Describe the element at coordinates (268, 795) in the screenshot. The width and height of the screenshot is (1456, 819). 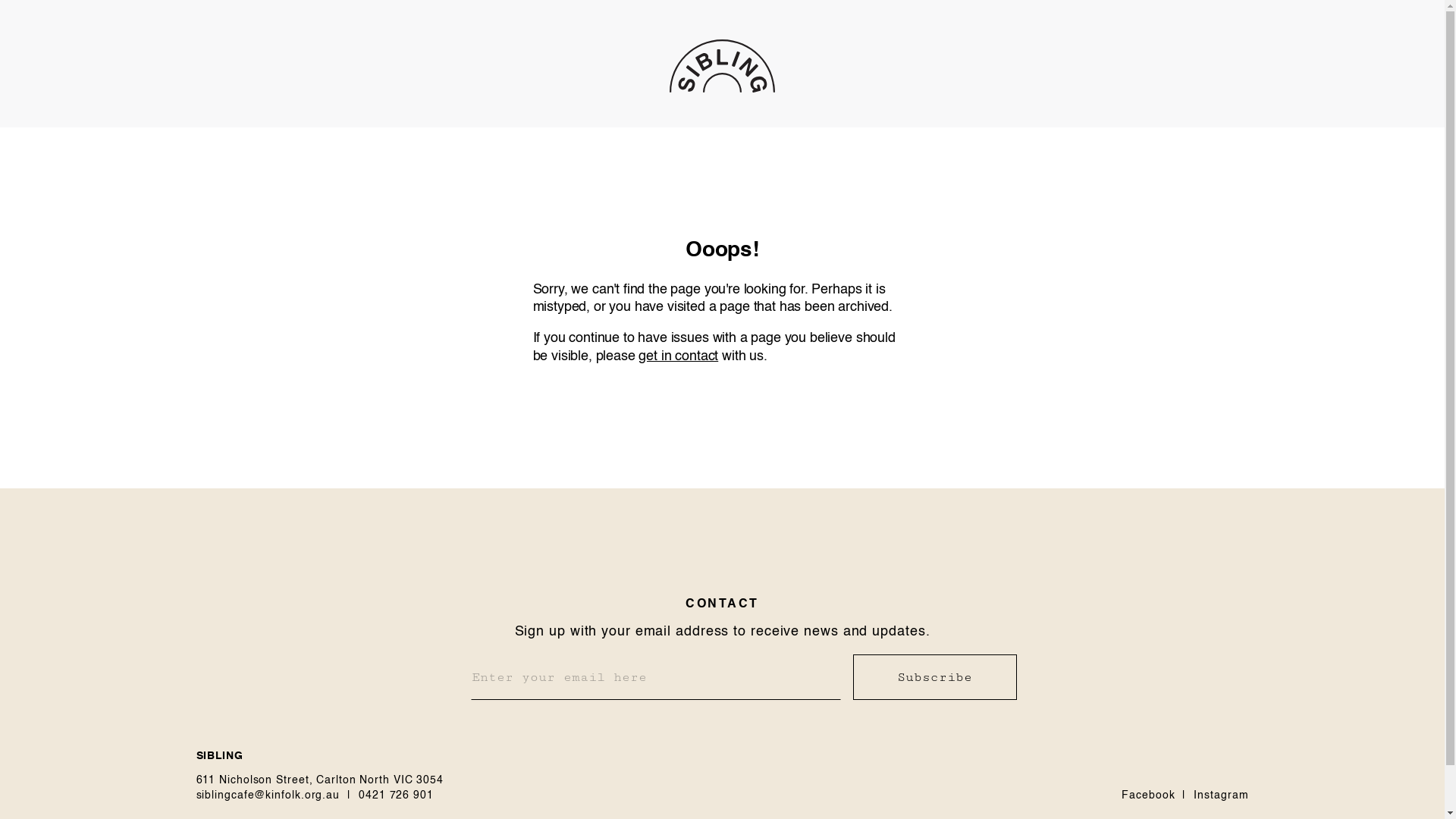
I see `'siblingcafe@kinfolk.org.au'` at that location.